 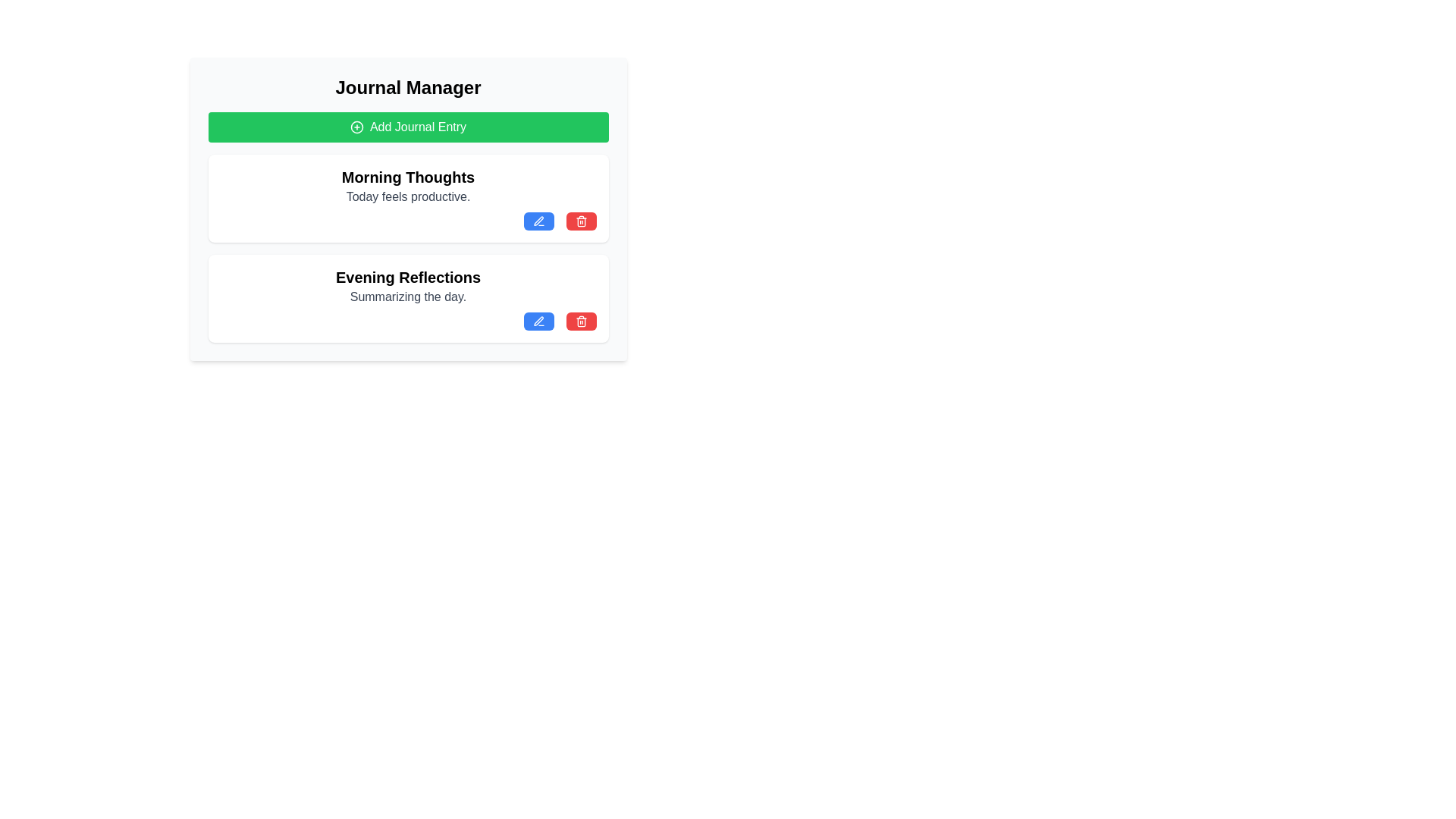 What do you see at coordinates (580, 321) in the screenshot?
I see `the trash bin icon associated with the delete action for 'Evening Reflections'` at bounding box center [580, 321].